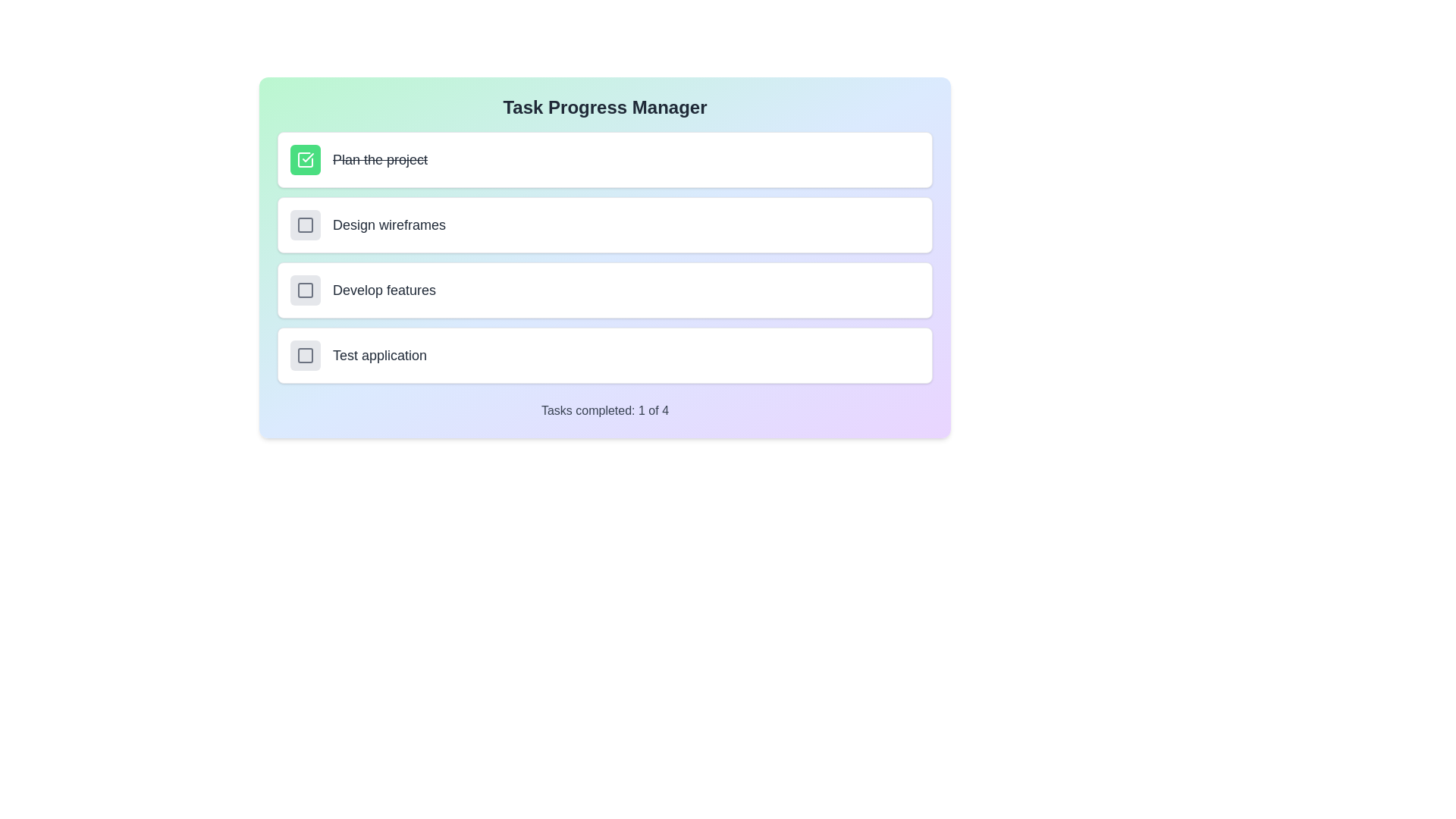 This screenshot has width=1456, height=819. Describe the element at coordinates (305, 290) in the screenshot. I see `the small gray checkbox icon located to the left of the text 'Develop features' in the task list` at that location.